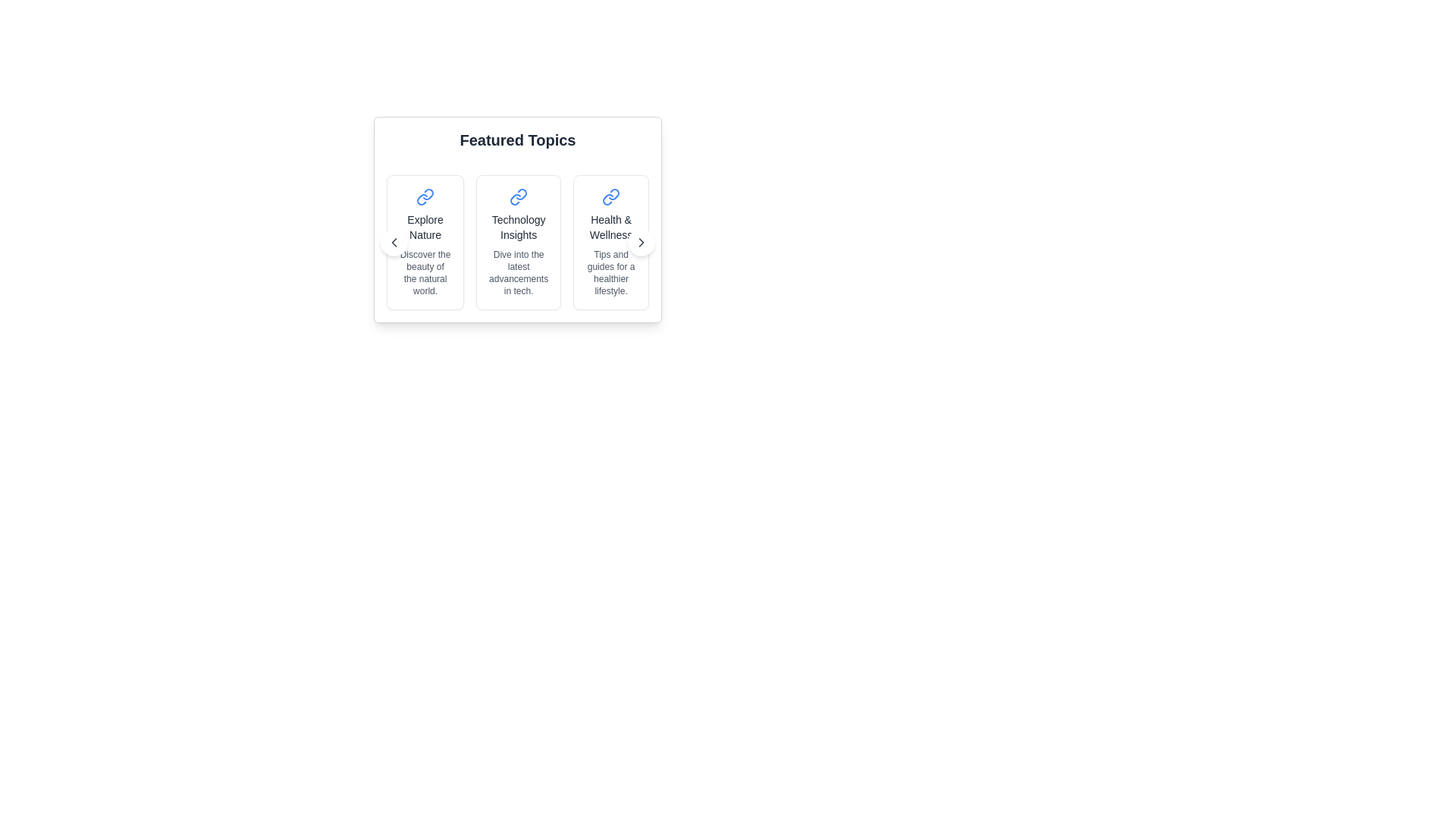 The height and width of the screenshot is (819, 1456). Describe the element at coordinates (519, 196) in the screenshot. I see `the connection icon located in the top area of the 'Technology Insights' card` at that location.